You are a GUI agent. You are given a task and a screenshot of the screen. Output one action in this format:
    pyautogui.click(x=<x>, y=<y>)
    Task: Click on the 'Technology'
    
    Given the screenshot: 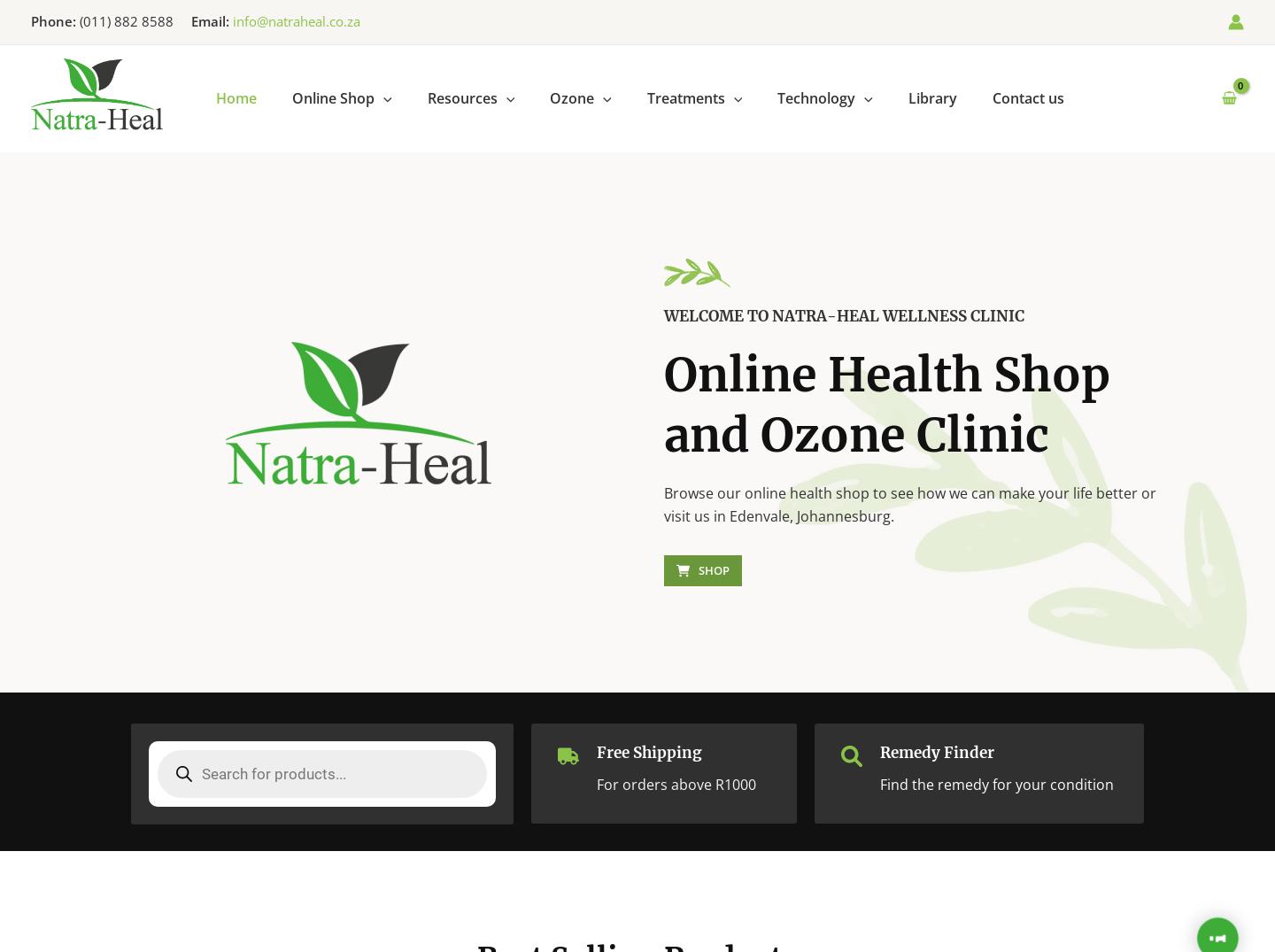 What is the action you would take?
    pyautogui.click(x=816, y=97)
    